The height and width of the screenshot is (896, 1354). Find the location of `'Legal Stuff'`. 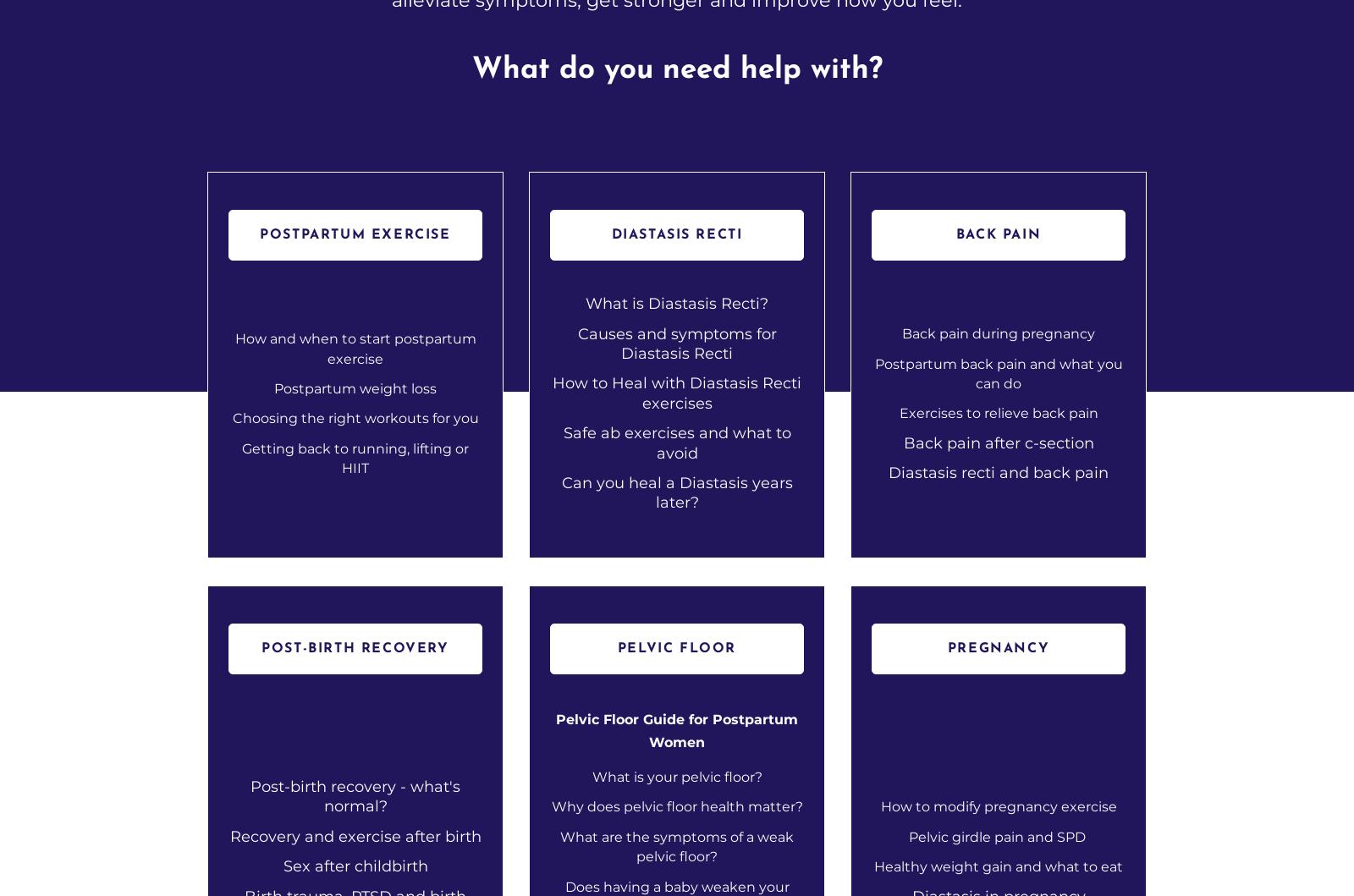

'Legal Stuff' is located at coordinates (1065, 528).